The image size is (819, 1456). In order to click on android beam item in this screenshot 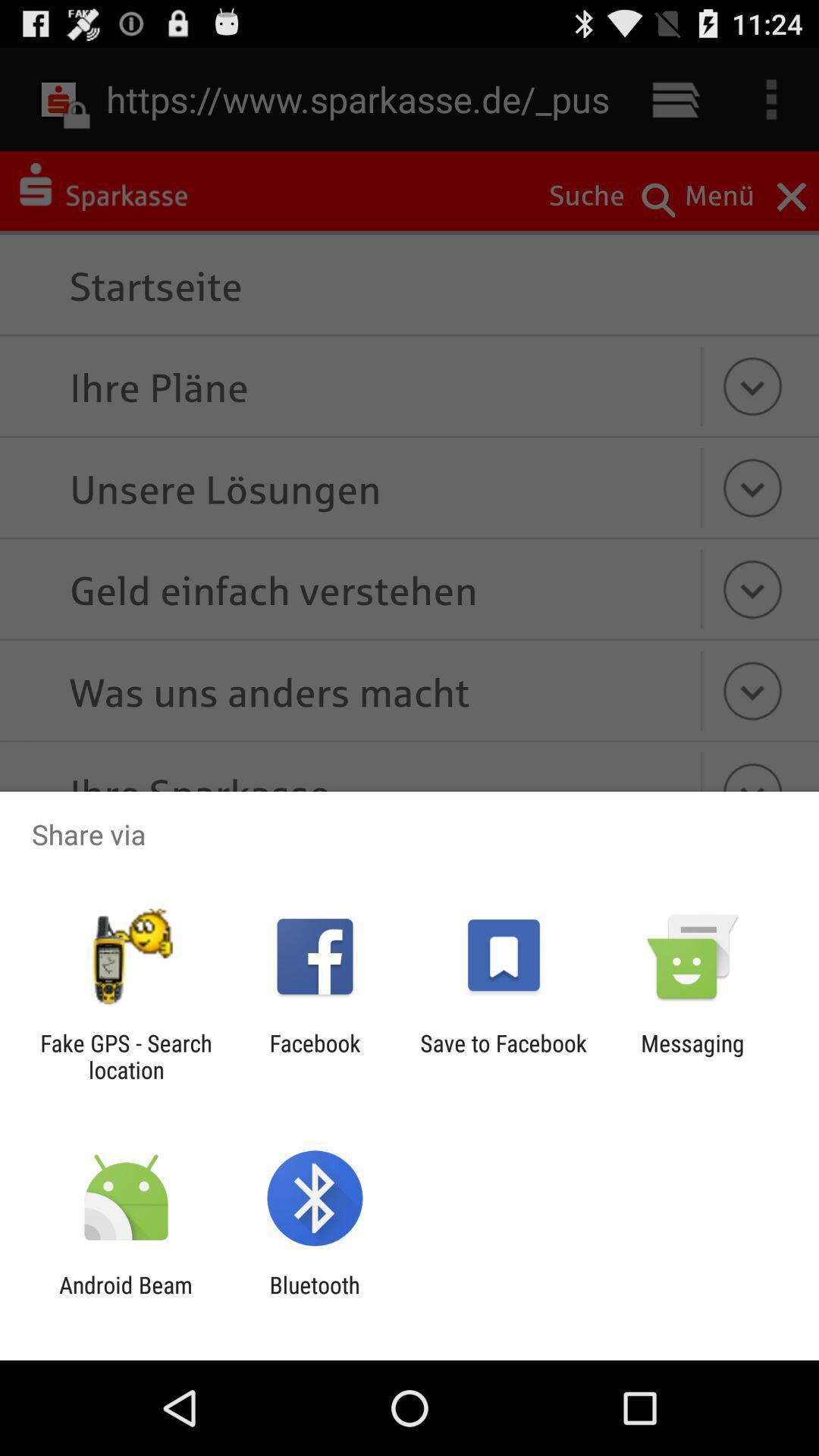, I will do `click(125, 1298)`.